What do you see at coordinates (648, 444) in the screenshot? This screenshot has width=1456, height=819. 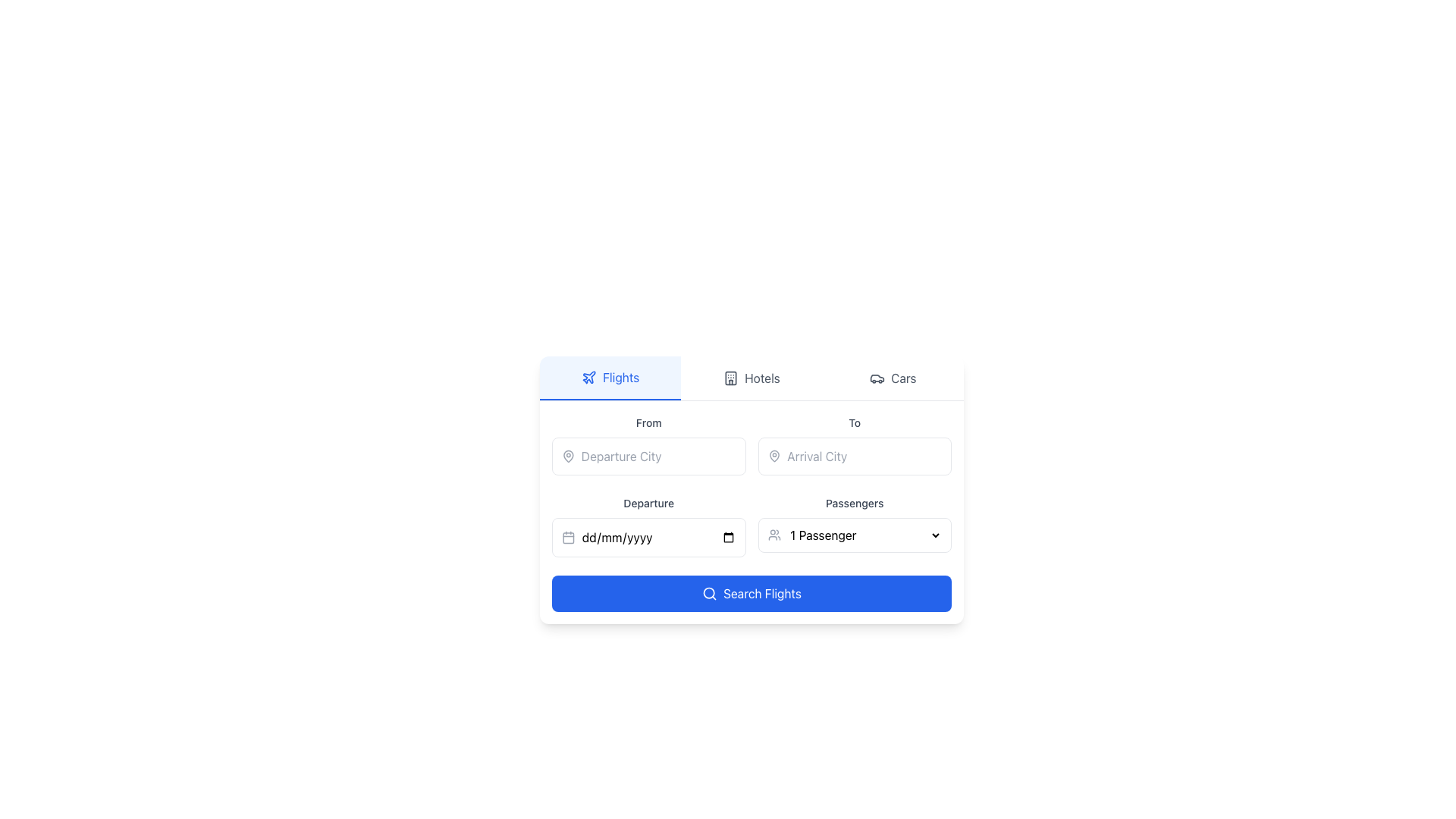 I see `the input field labeled 'From' which has a placeholder 'Departure City'` at bounding box center [648, 444].